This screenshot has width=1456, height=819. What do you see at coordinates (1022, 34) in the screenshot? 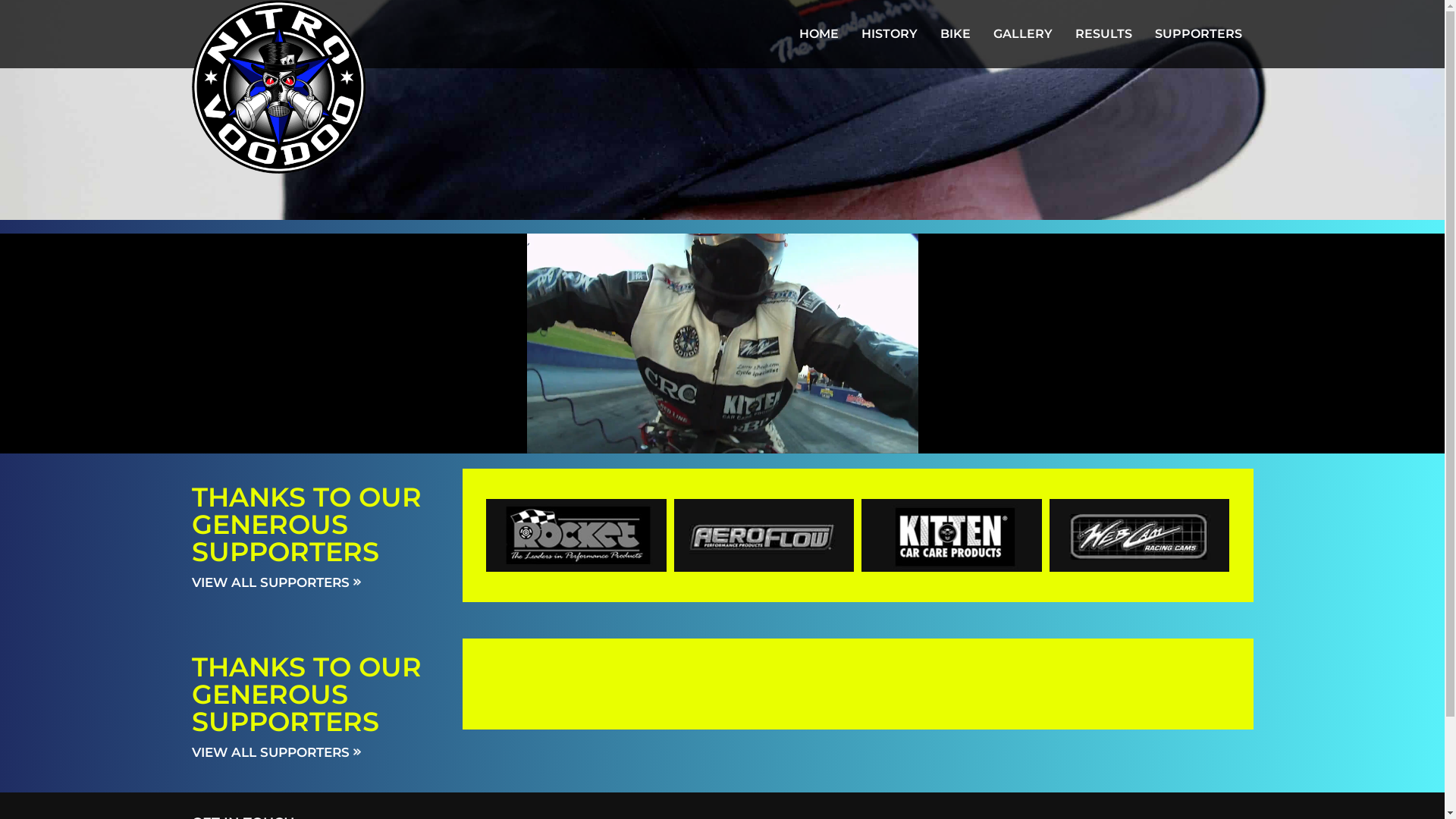
I see `'GALLERY'` at bounding box center [1022, 34].